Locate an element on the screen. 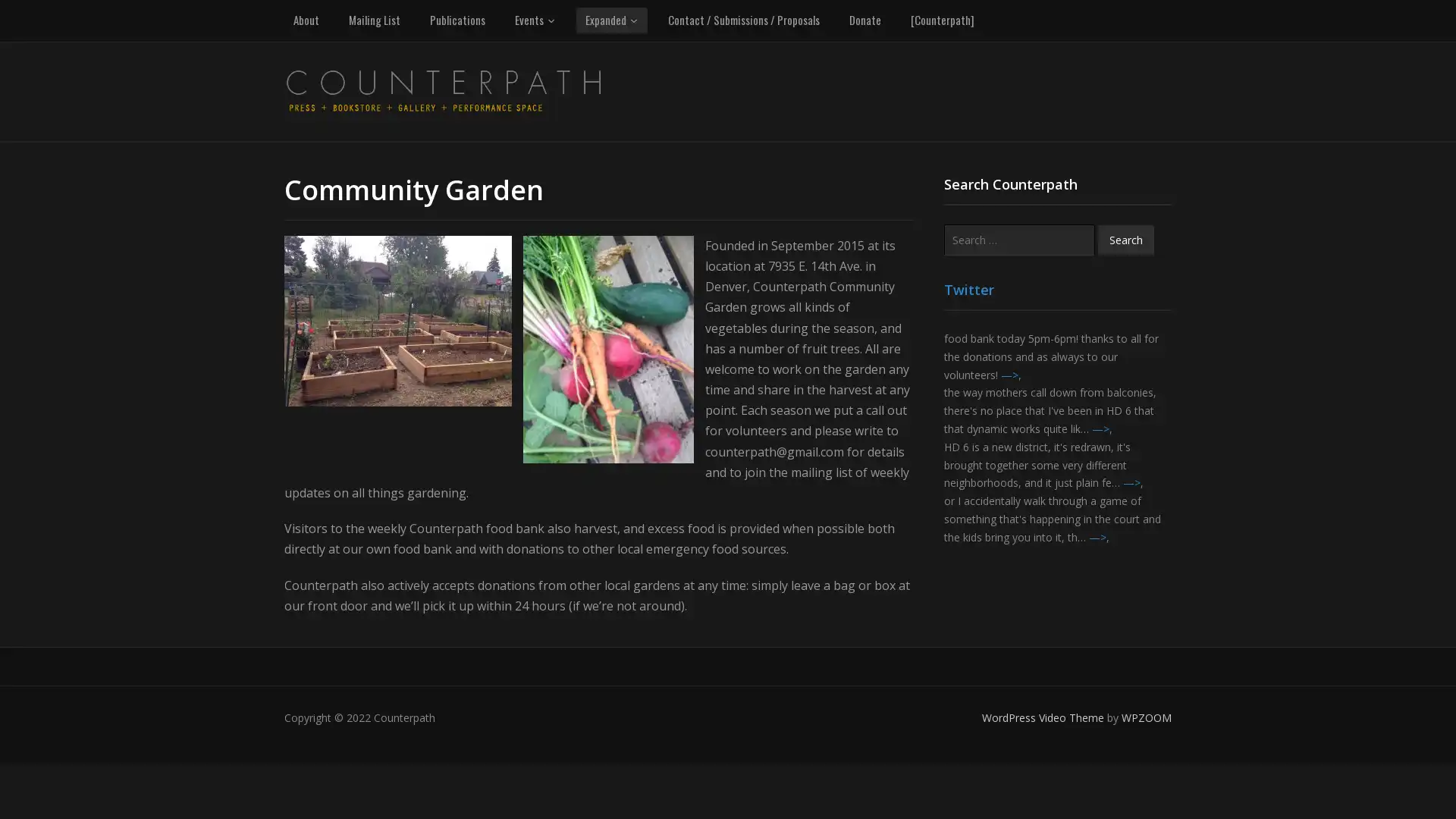  Search is located at coordinates (1125, 239).